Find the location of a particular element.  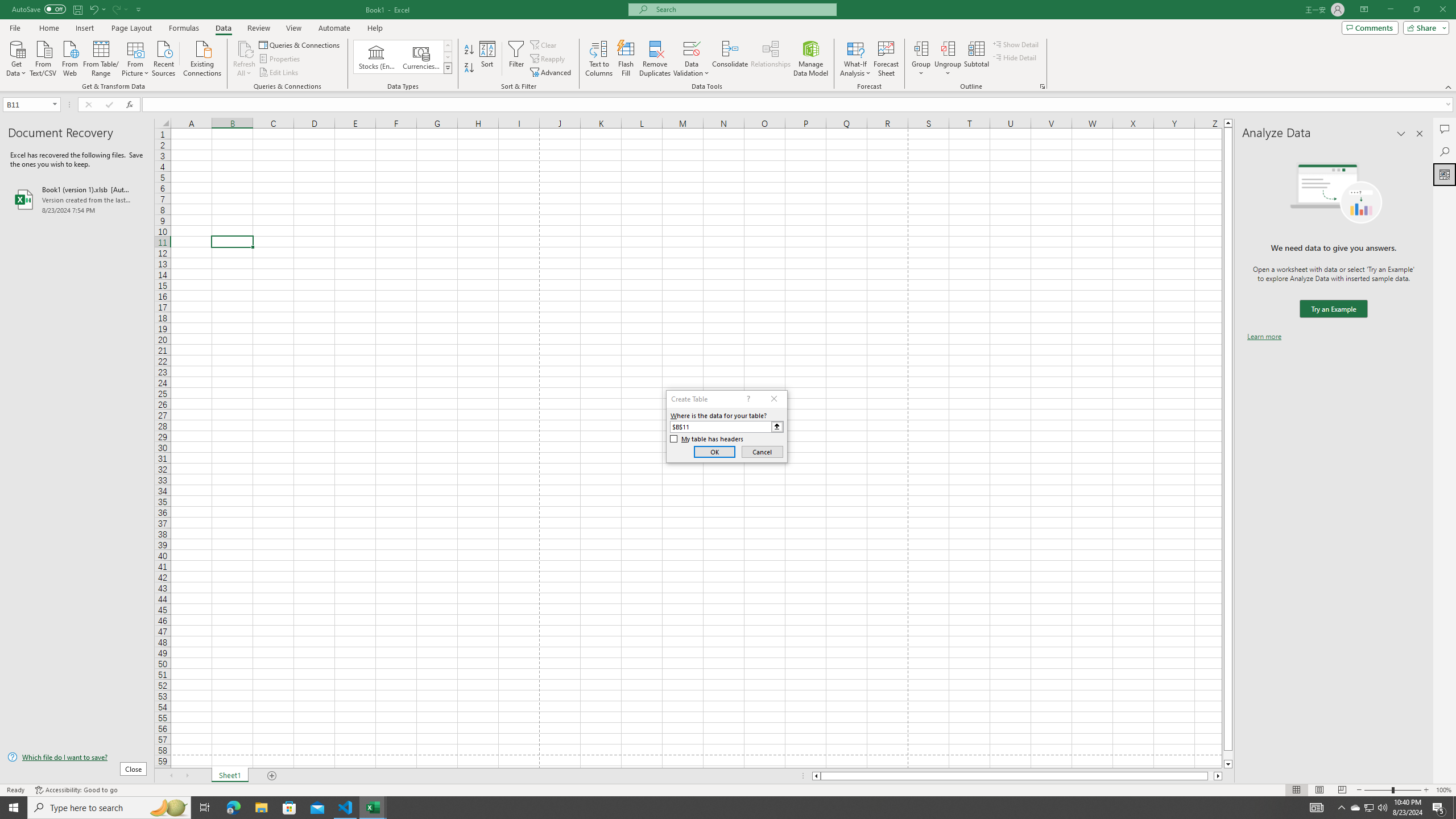

'Review' is located at coordinates (258, 28).